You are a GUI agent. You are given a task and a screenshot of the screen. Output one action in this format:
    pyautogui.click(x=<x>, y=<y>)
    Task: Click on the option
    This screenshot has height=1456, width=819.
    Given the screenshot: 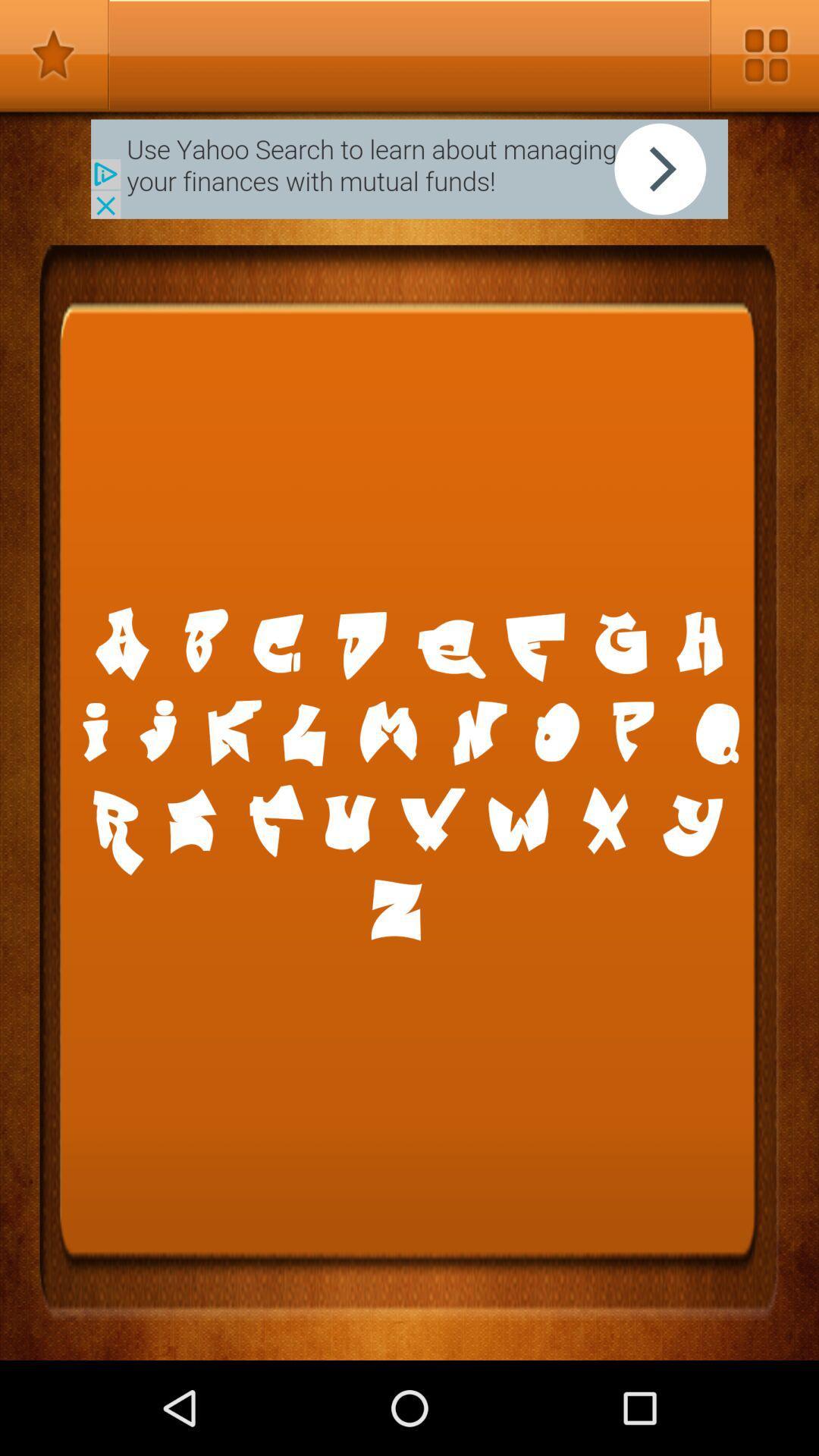 What is the action you would take?
    pyautogui.click(x=764, y=55)
    